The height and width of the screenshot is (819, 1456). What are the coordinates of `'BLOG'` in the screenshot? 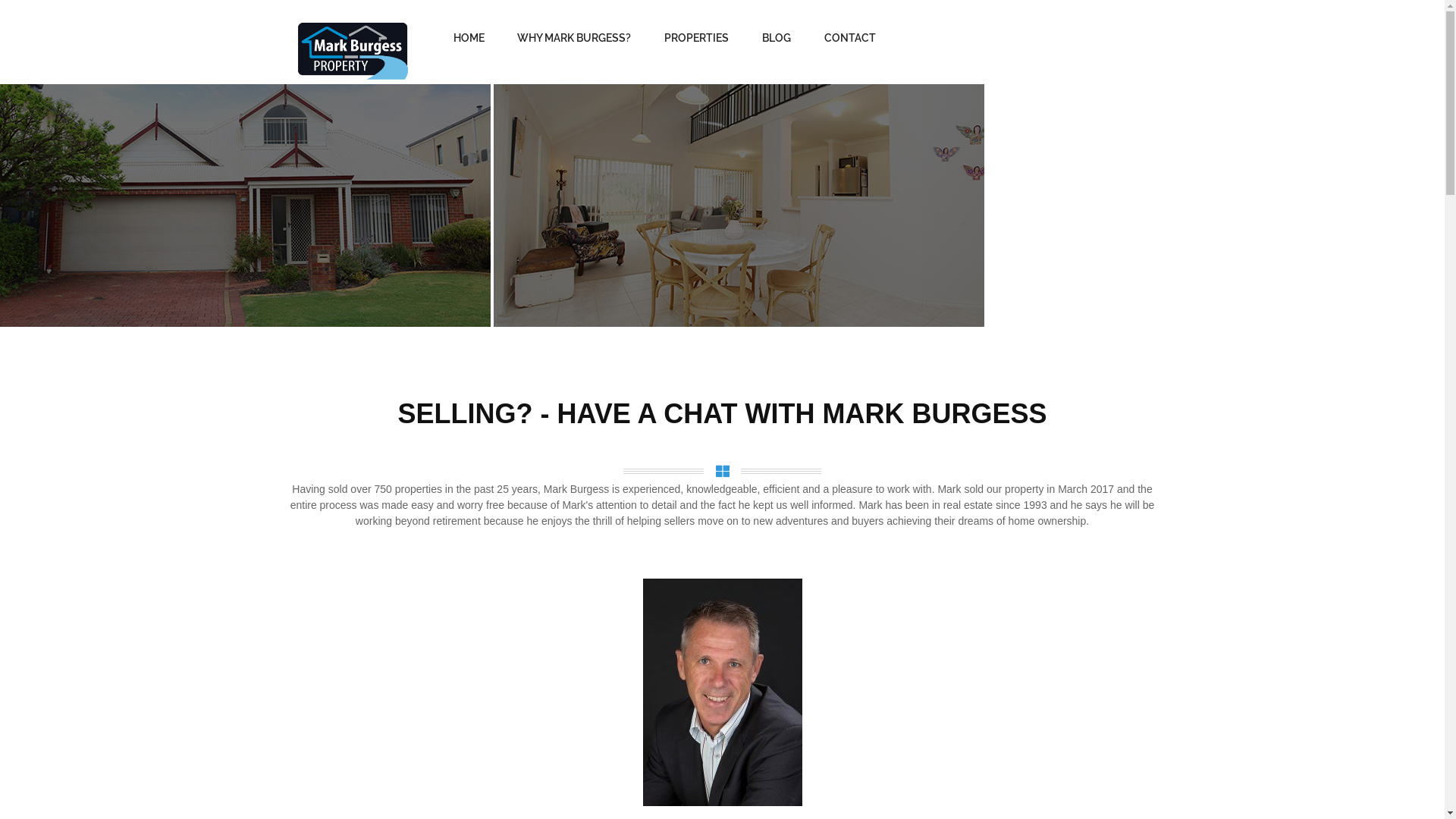 It's located at (776, 37).